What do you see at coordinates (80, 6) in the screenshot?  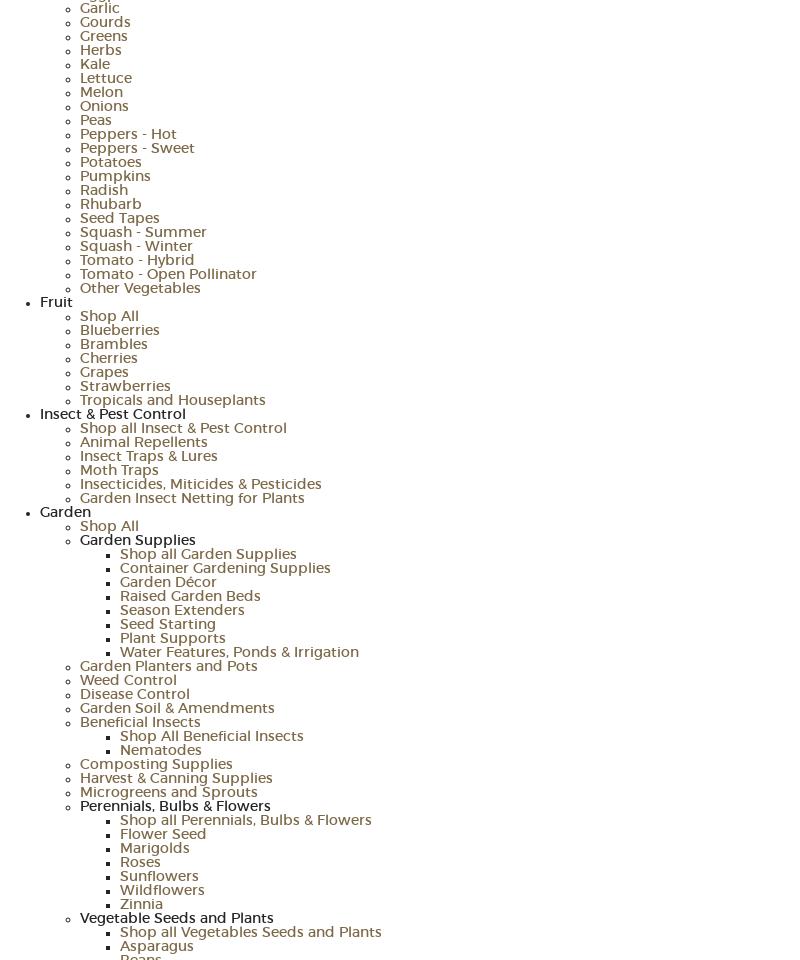 I see `'Garlic'` at bounding box center [80, 6].